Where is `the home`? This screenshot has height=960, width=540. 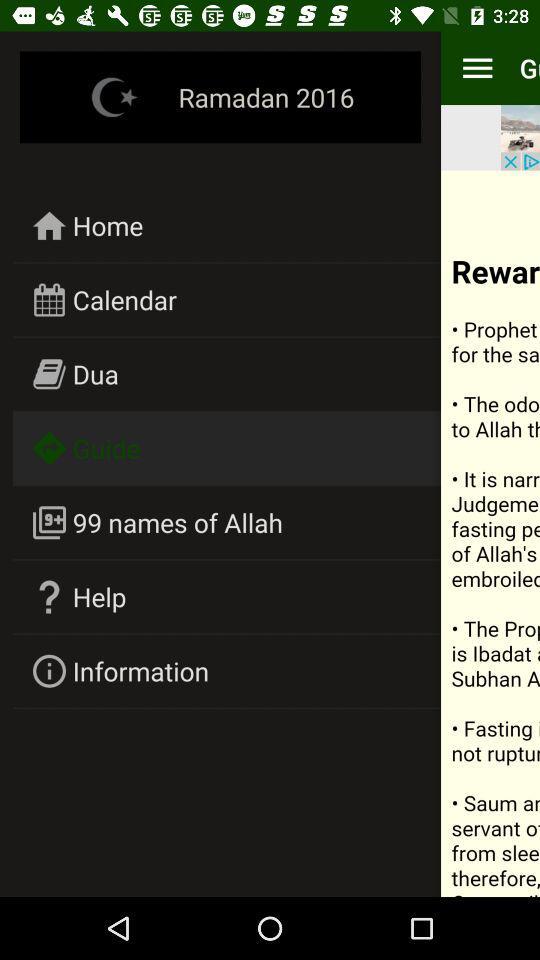
the home is located at coordinates (108, 225).